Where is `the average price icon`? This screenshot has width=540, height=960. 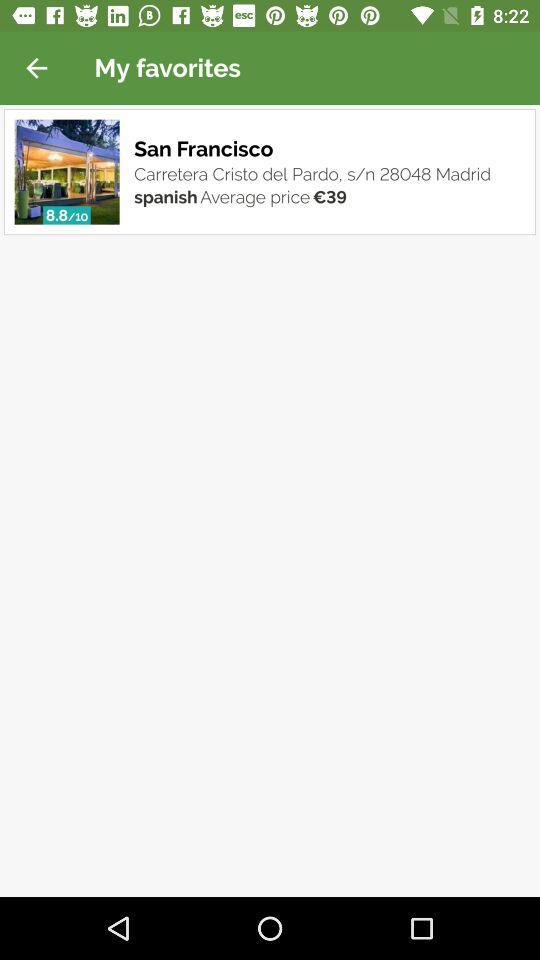
the average price icon is located at coordinates (255, 197).